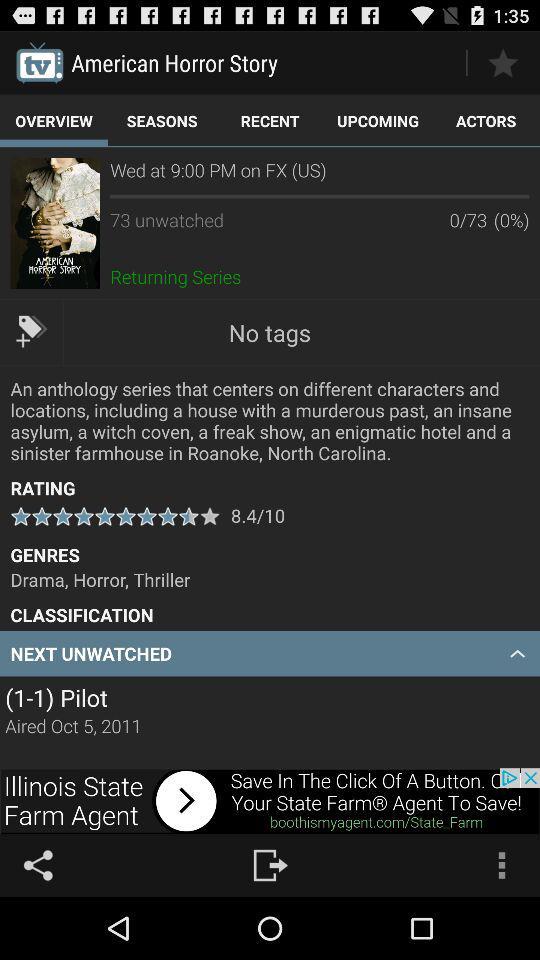 This screenshot has width=540, height=960. What do you see at coordinates (502, 62) in the screenshot?
I see `highlight` at bounding box center [502, 62].